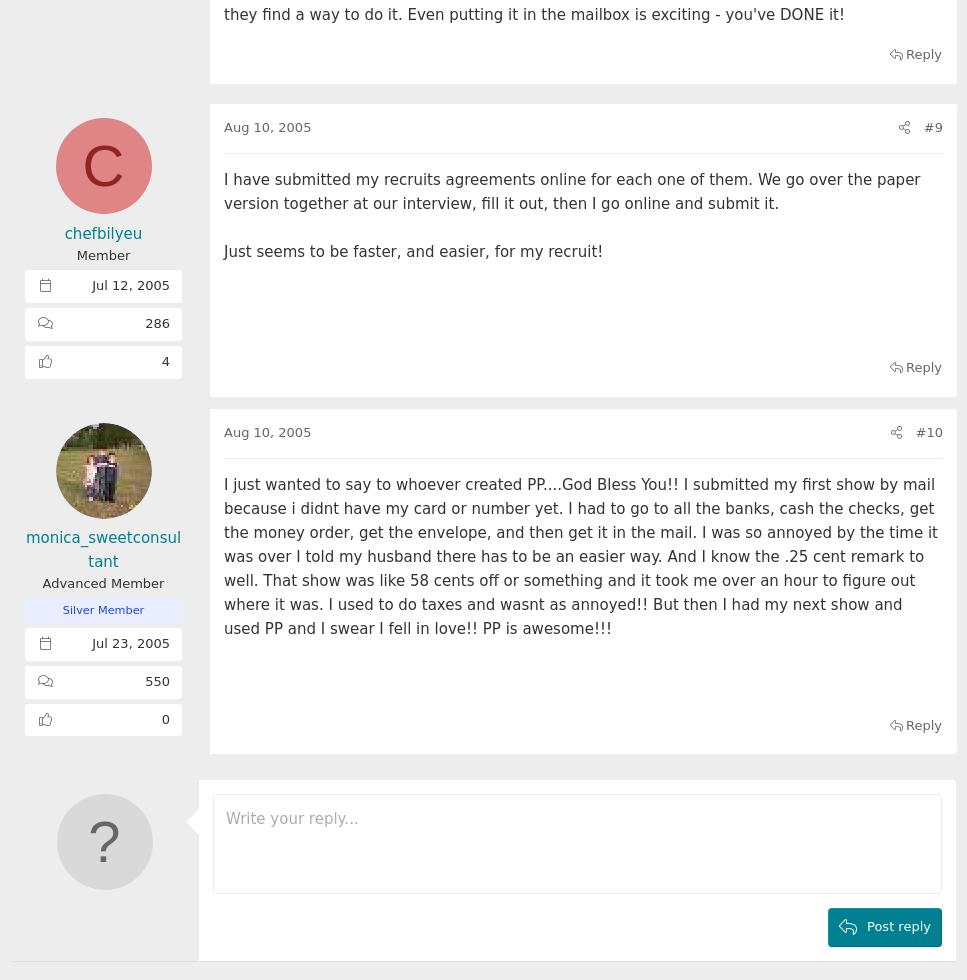  I want to click on 'Just seems to be faster, and easier, for my recruit!', so click(412, 250).